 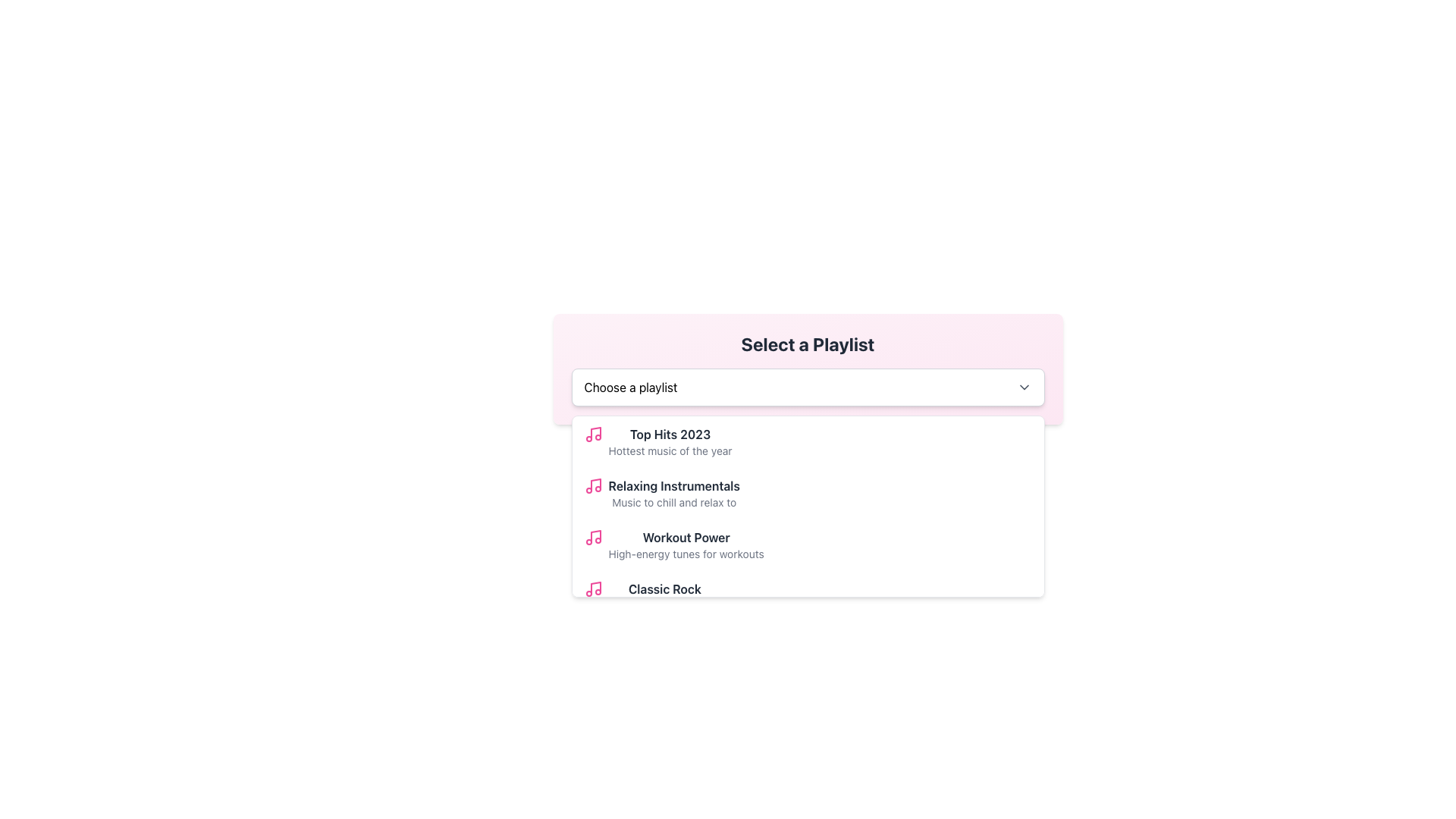 What do you see at coordinates (595, 485) in the screenshot?
I see `the stylized musical note icon located to the left of the text 'Relaxing Instrumentals' in the dropdown playlist selector` at bounding box center [595, 485].